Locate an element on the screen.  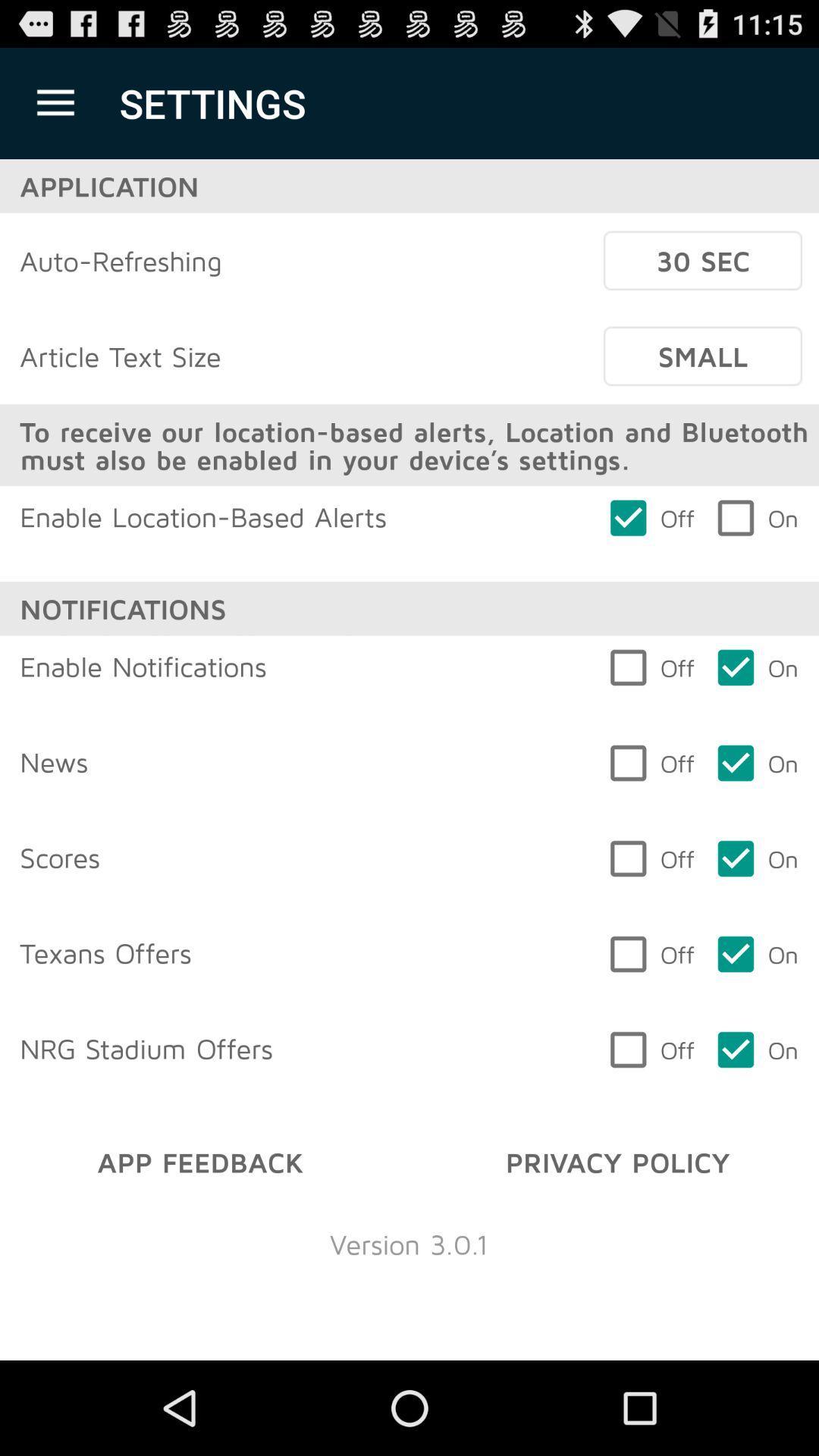
the version 3 0 is located at coordinates (408, 1244).